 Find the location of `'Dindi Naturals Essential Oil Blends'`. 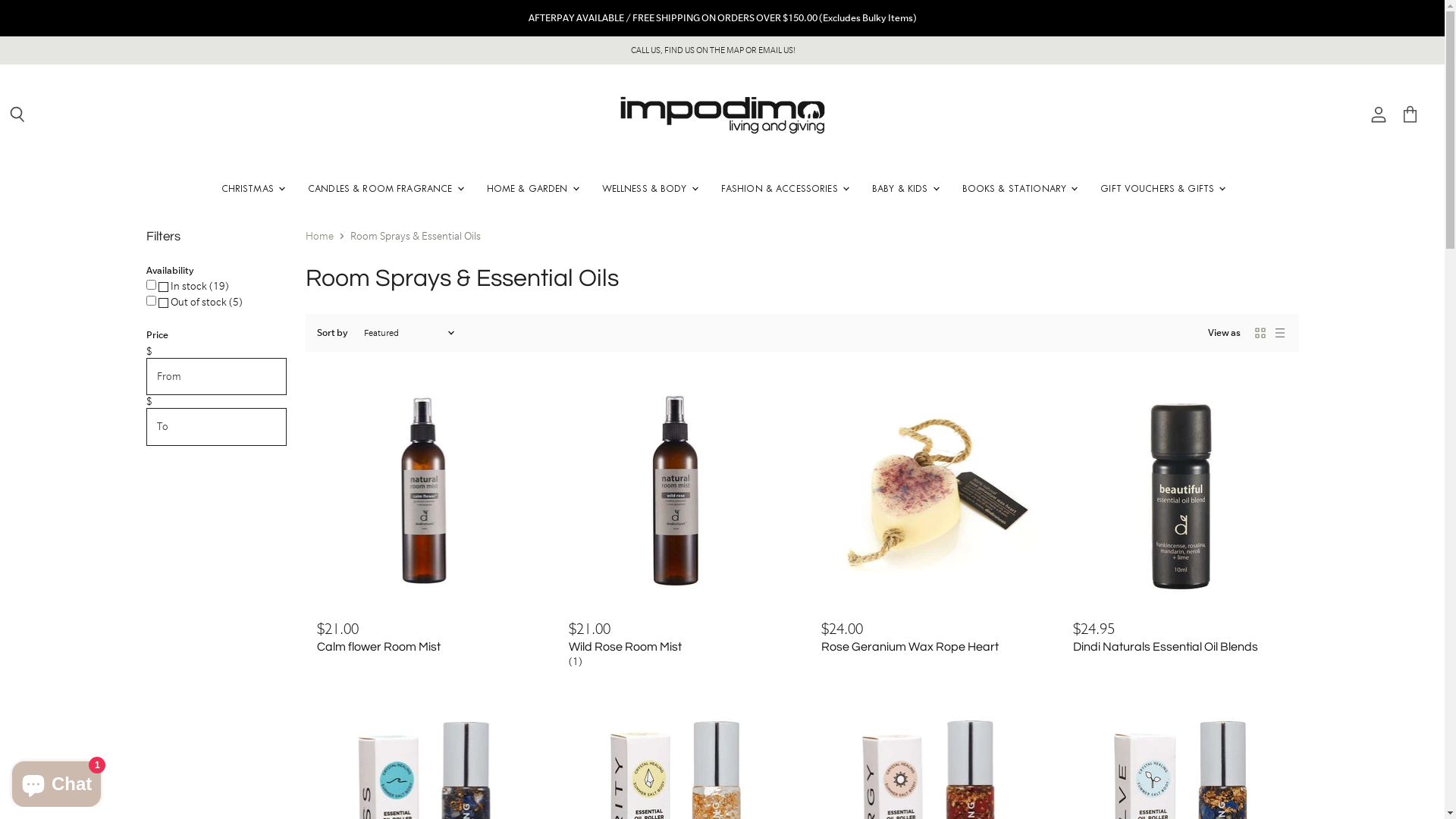

'Dindi Naturals Essential Oil Blends' is located at coordinates (1072, 646).